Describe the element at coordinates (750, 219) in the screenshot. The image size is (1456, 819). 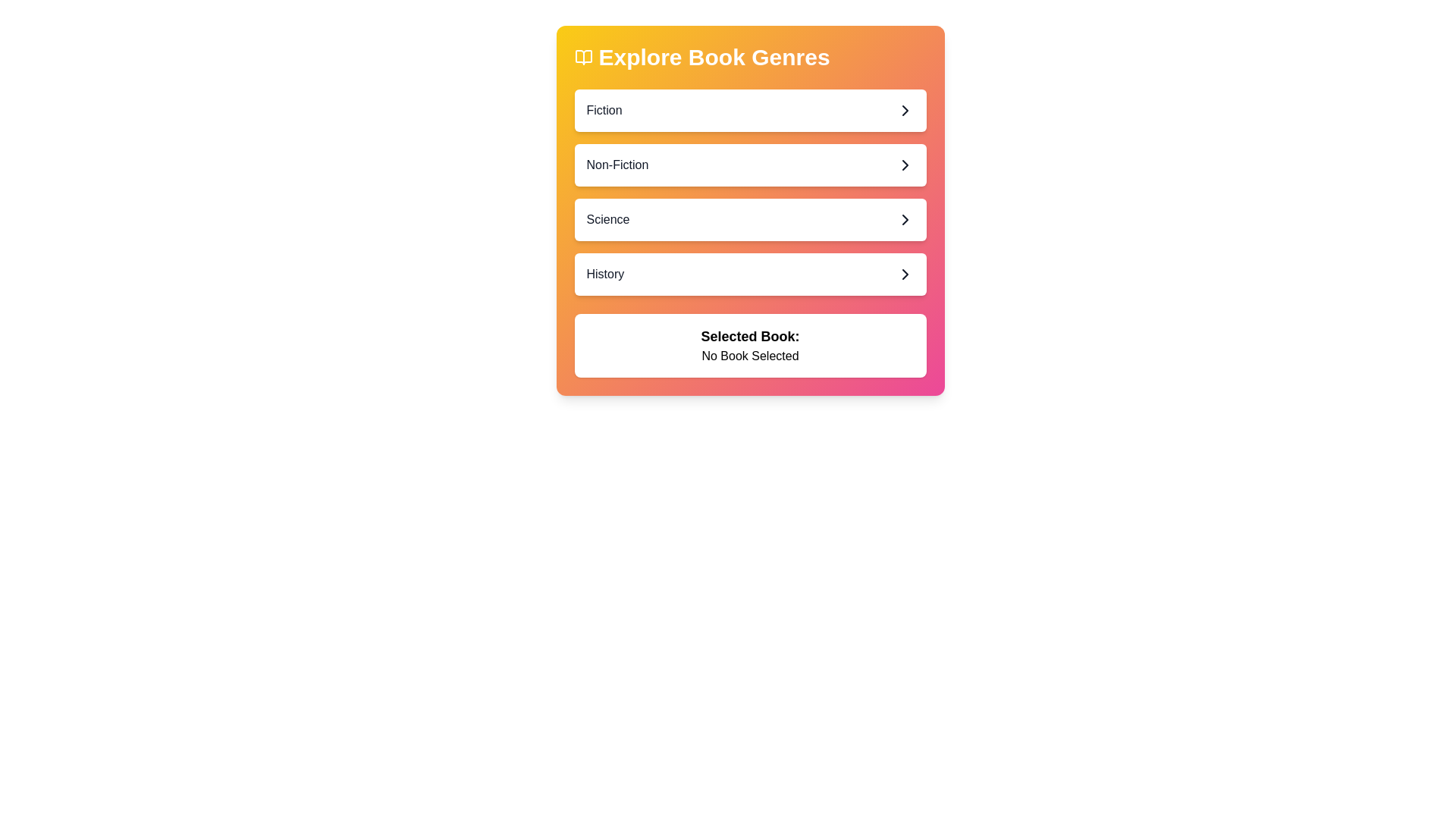
I see `the selectable list item for the book genre 'Science'` at that location.